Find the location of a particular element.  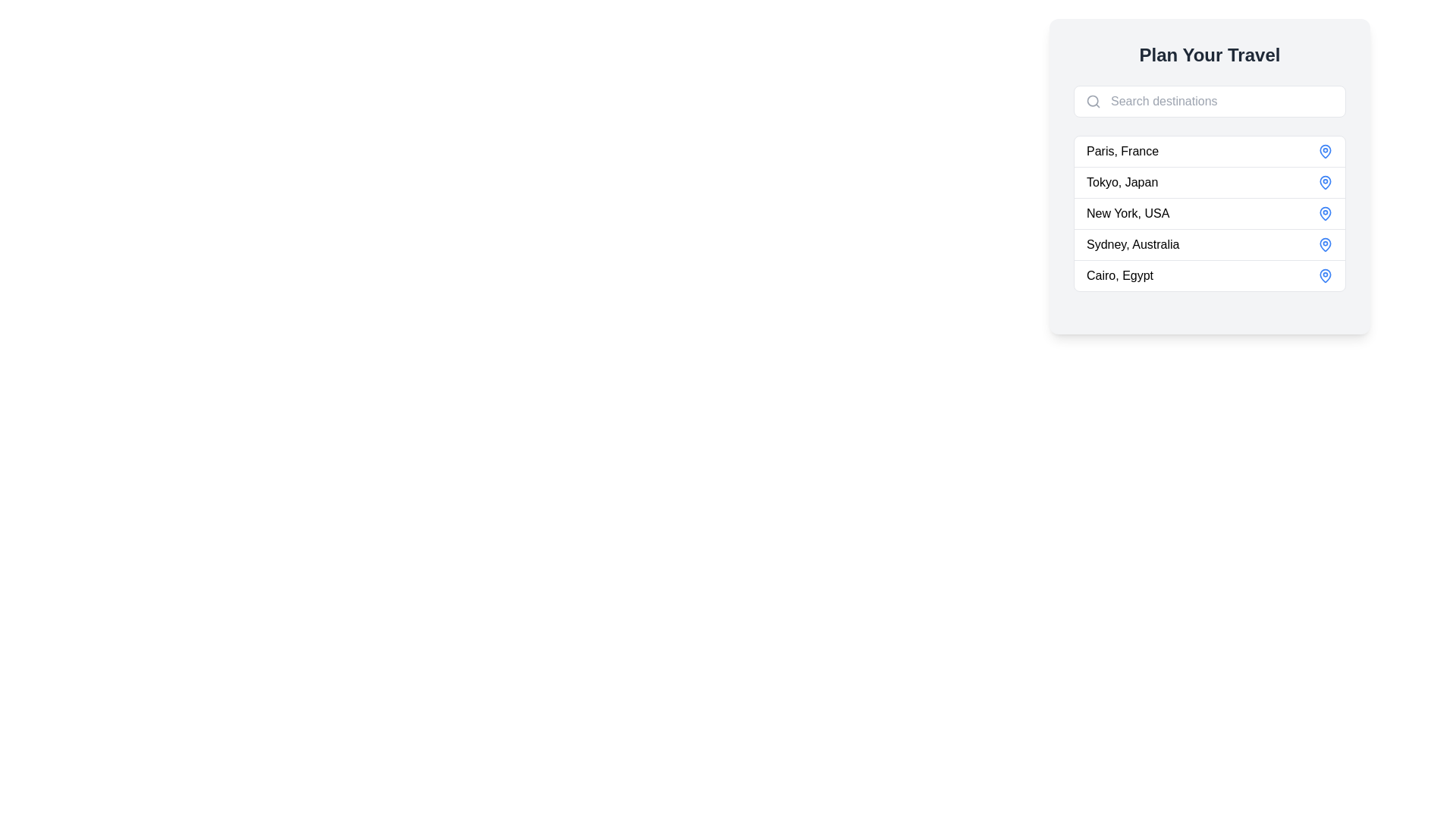

the search input field below the title 'Plan Your Travel' is located at coordinates (1209, 102).